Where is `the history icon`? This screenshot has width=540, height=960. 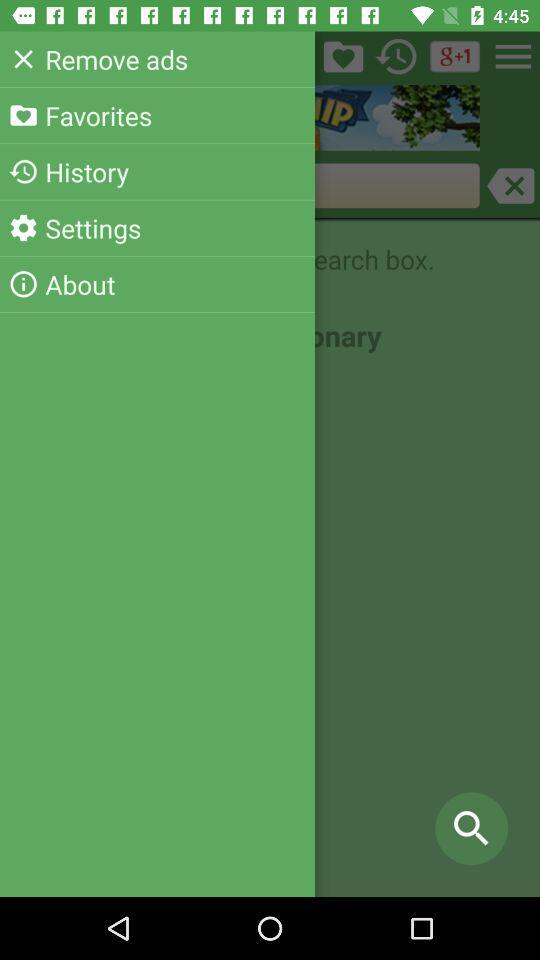 the history icon is located at coordinates (396, 55).